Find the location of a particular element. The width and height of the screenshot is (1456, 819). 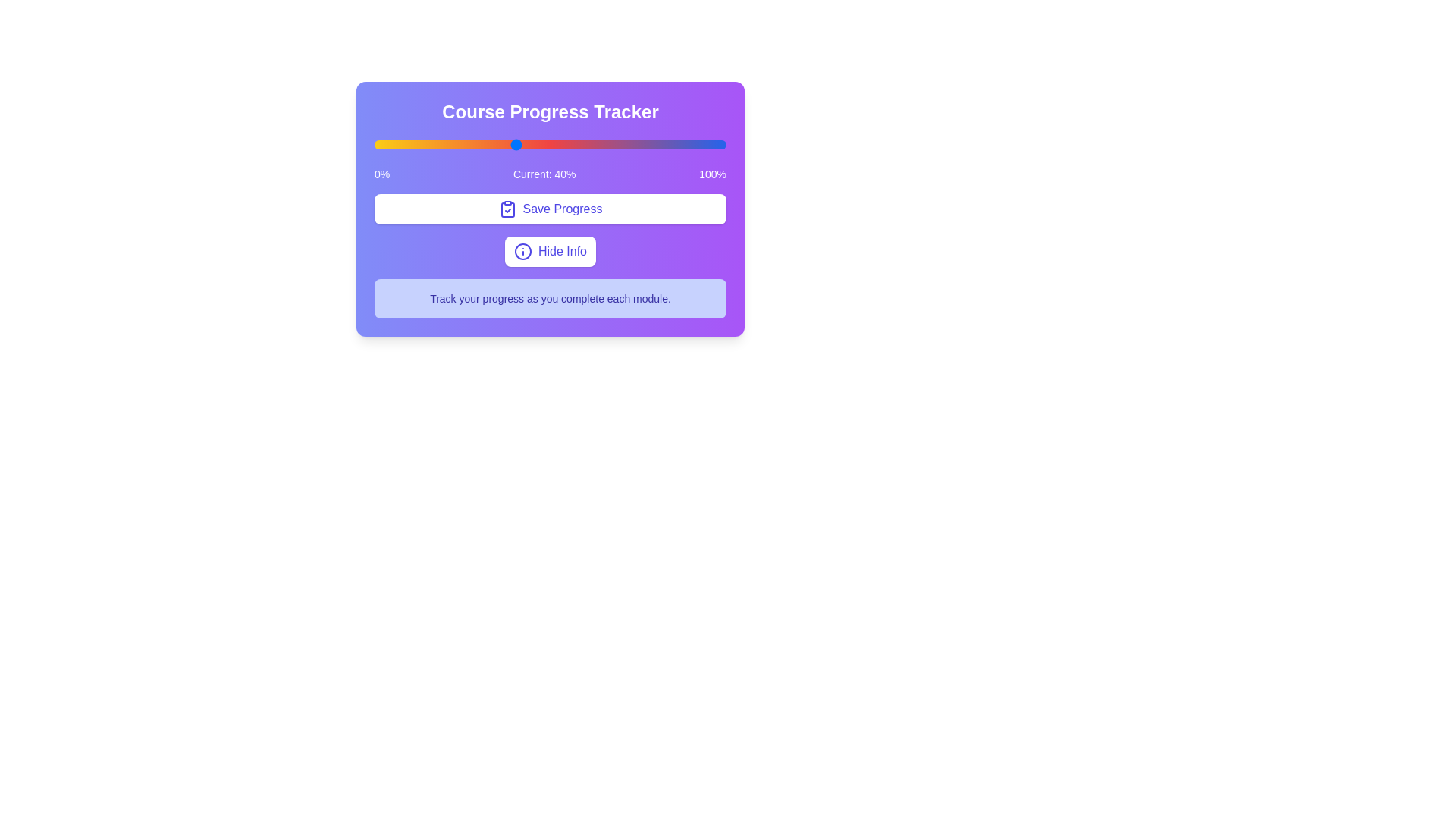

the textual label displaying 'Current: 40%' which is centrally located between '0%' and '100%' above the buttons 'Save Progress' and 'Hide Info' is located at coordinates (544, 174).